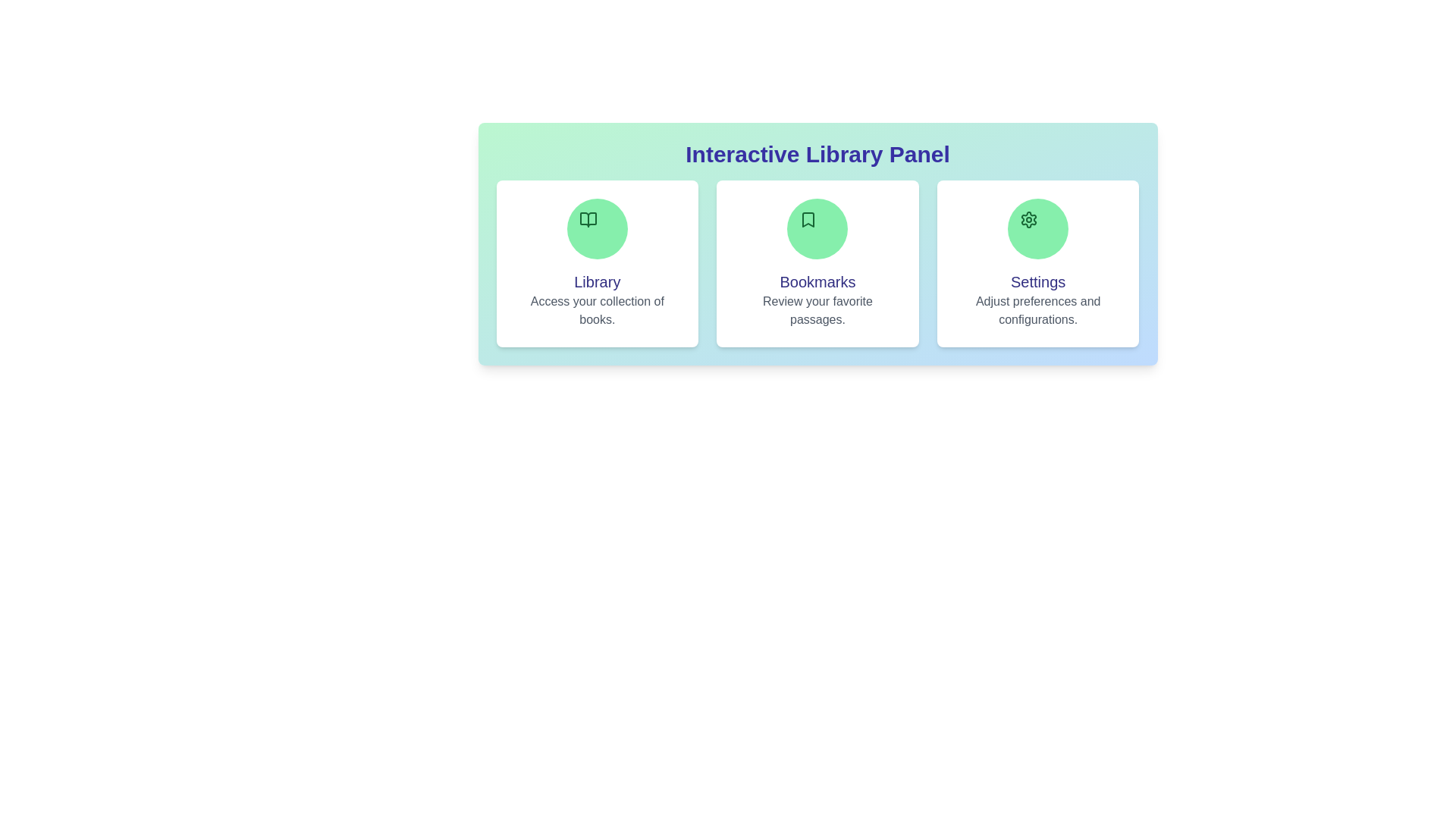 The width and height of the screenshot is (1456, 819). Describe the element at coordinates (1037, 281) in the screenshot. I see `the section title Settings to highlight it` at that location.